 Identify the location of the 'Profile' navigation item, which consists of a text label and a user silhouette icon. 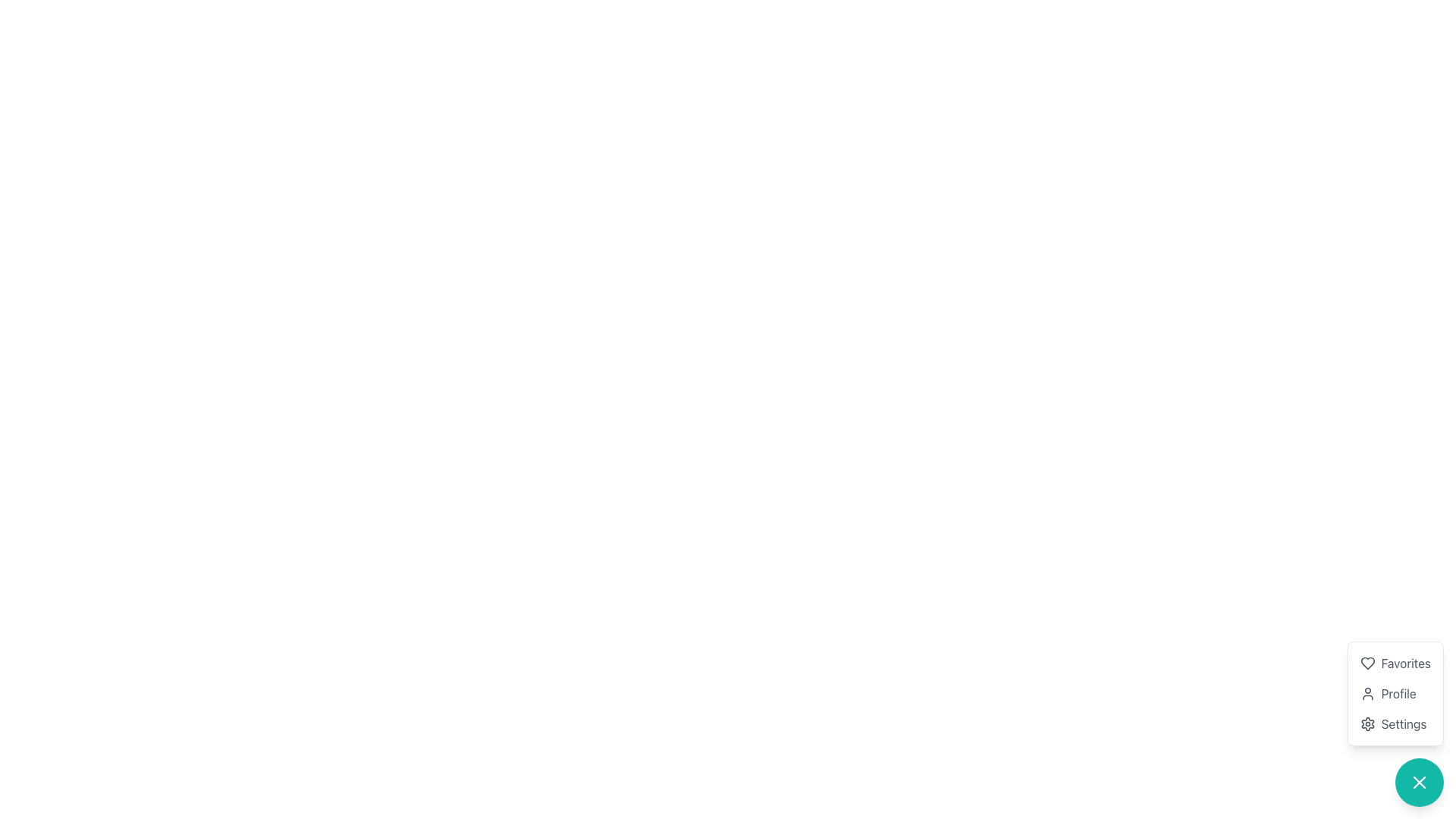
(1395, 693).